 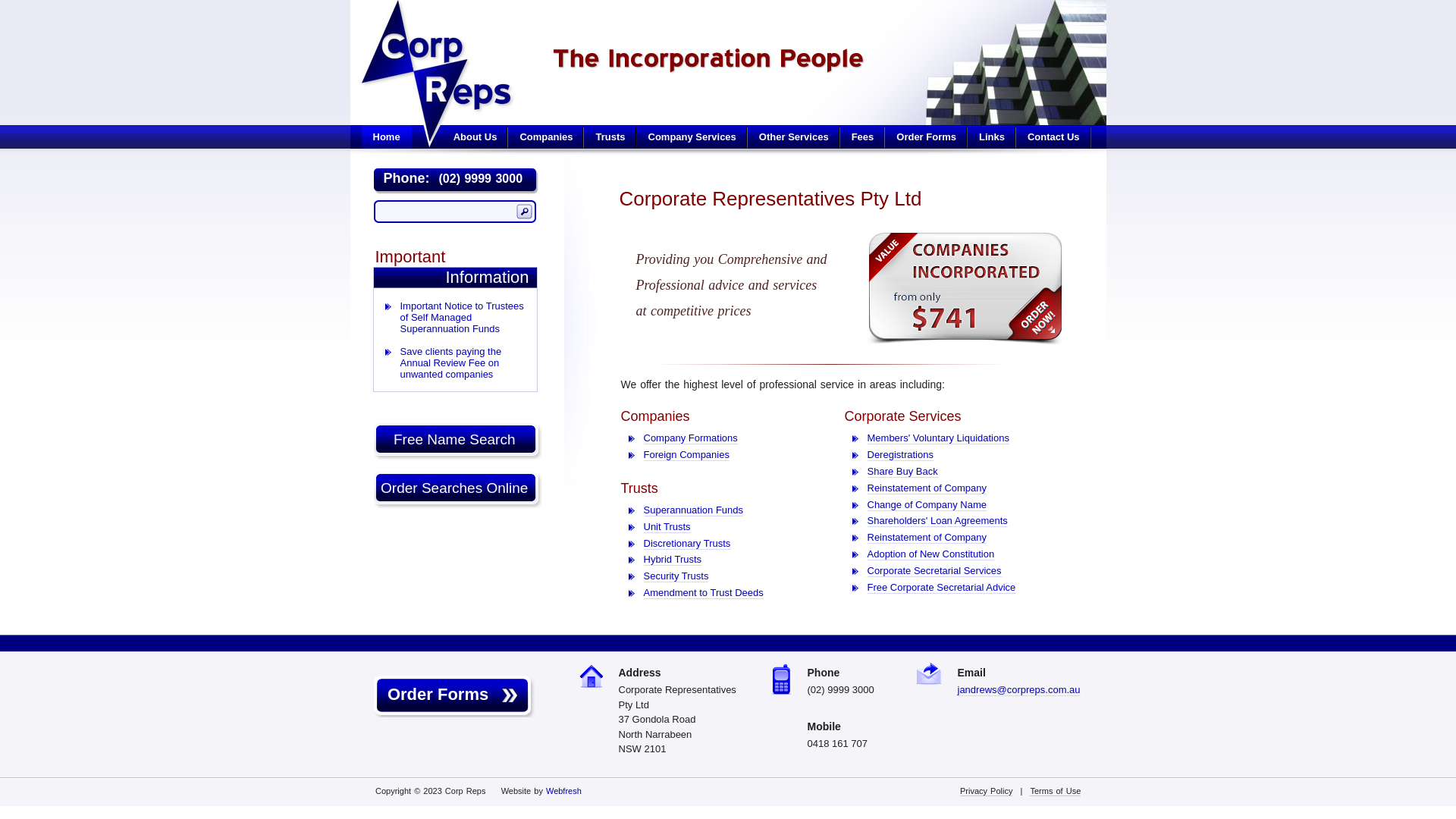 What do you see at coordinates (643, 559) in the screenshot?
I see `'Hybrid Trusts'` at bounding box center [643, 559].